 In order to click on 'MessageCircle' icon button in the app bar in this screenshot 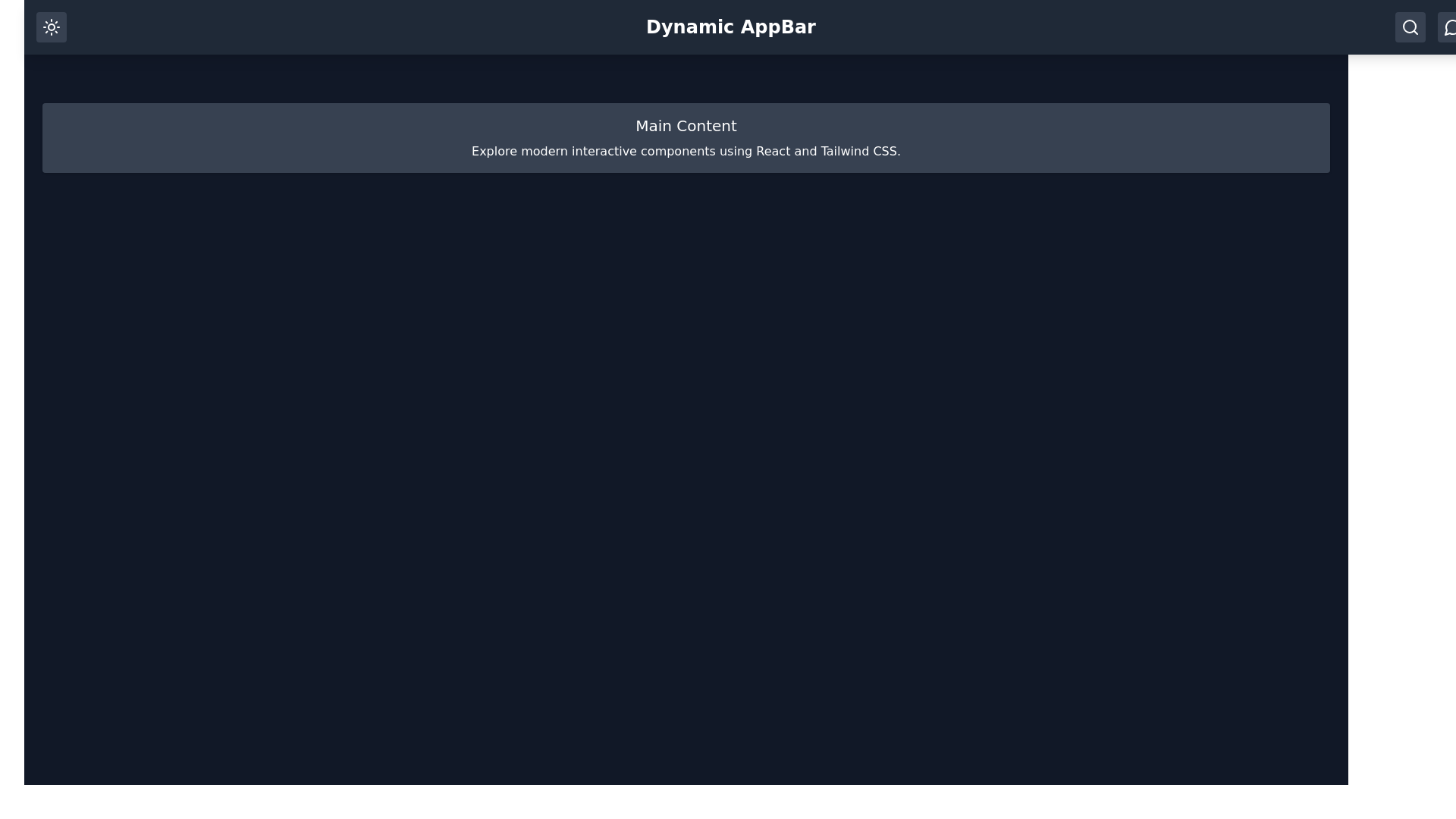, I will do `click(1451, 27)`.